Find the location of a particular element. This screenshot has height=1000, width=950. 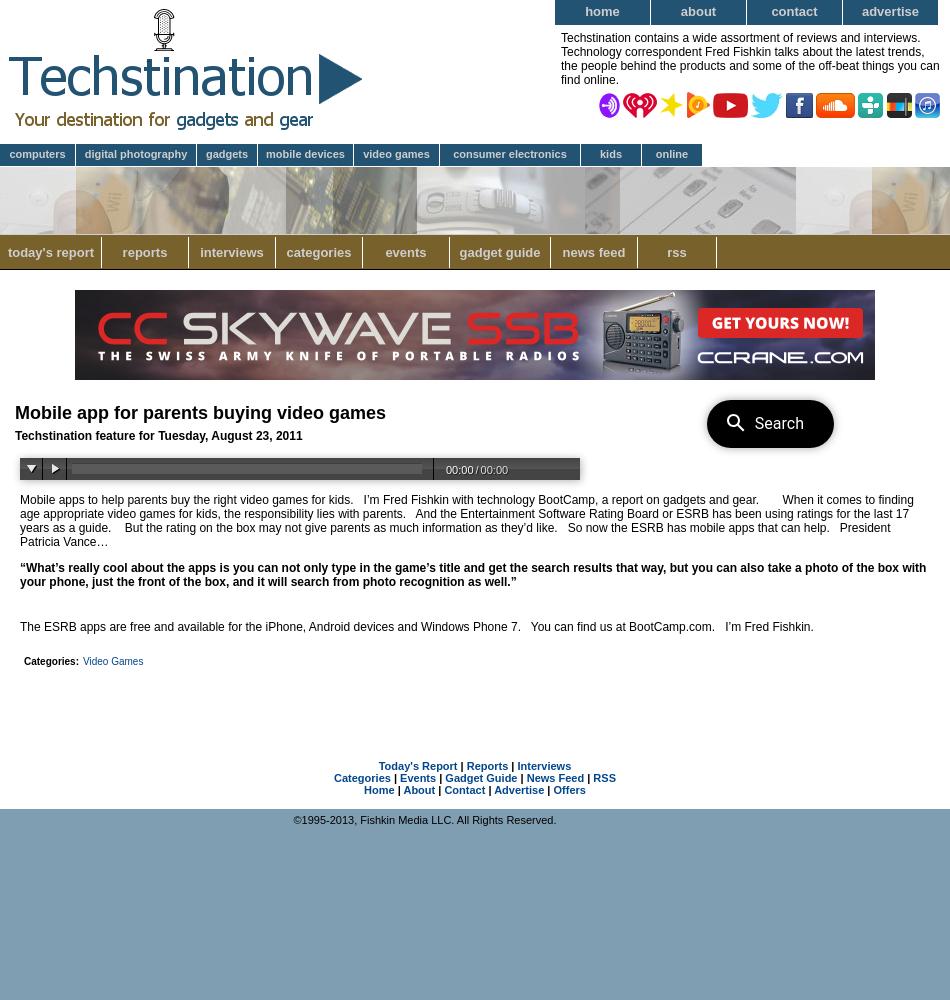

'Categories' is located at coordinates (361, 778).